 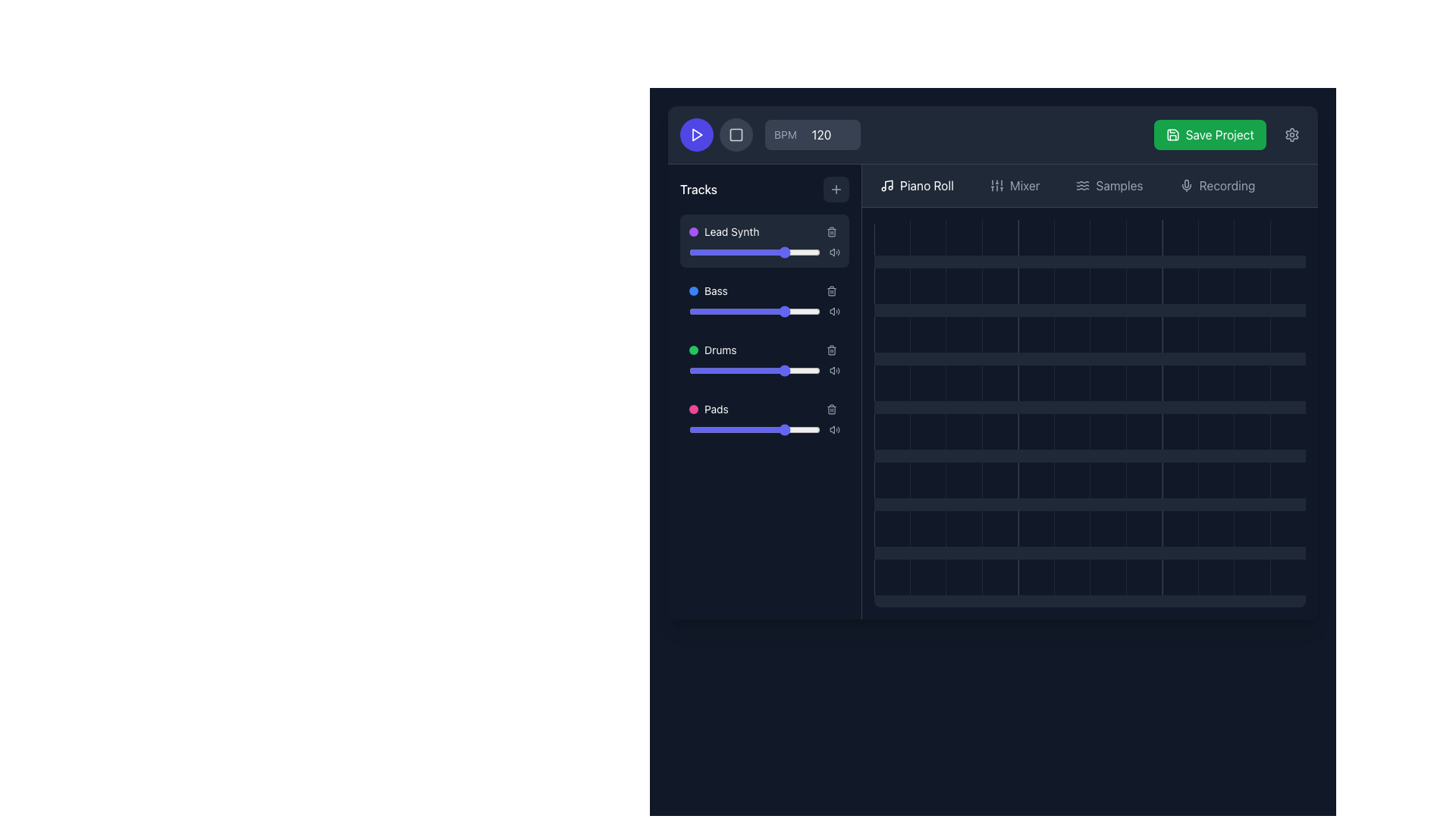 What do you see at coordinates (769, 350) in the screenshot?
I see `the volume for the 'Drums' track` at bounding box center [769, 350].